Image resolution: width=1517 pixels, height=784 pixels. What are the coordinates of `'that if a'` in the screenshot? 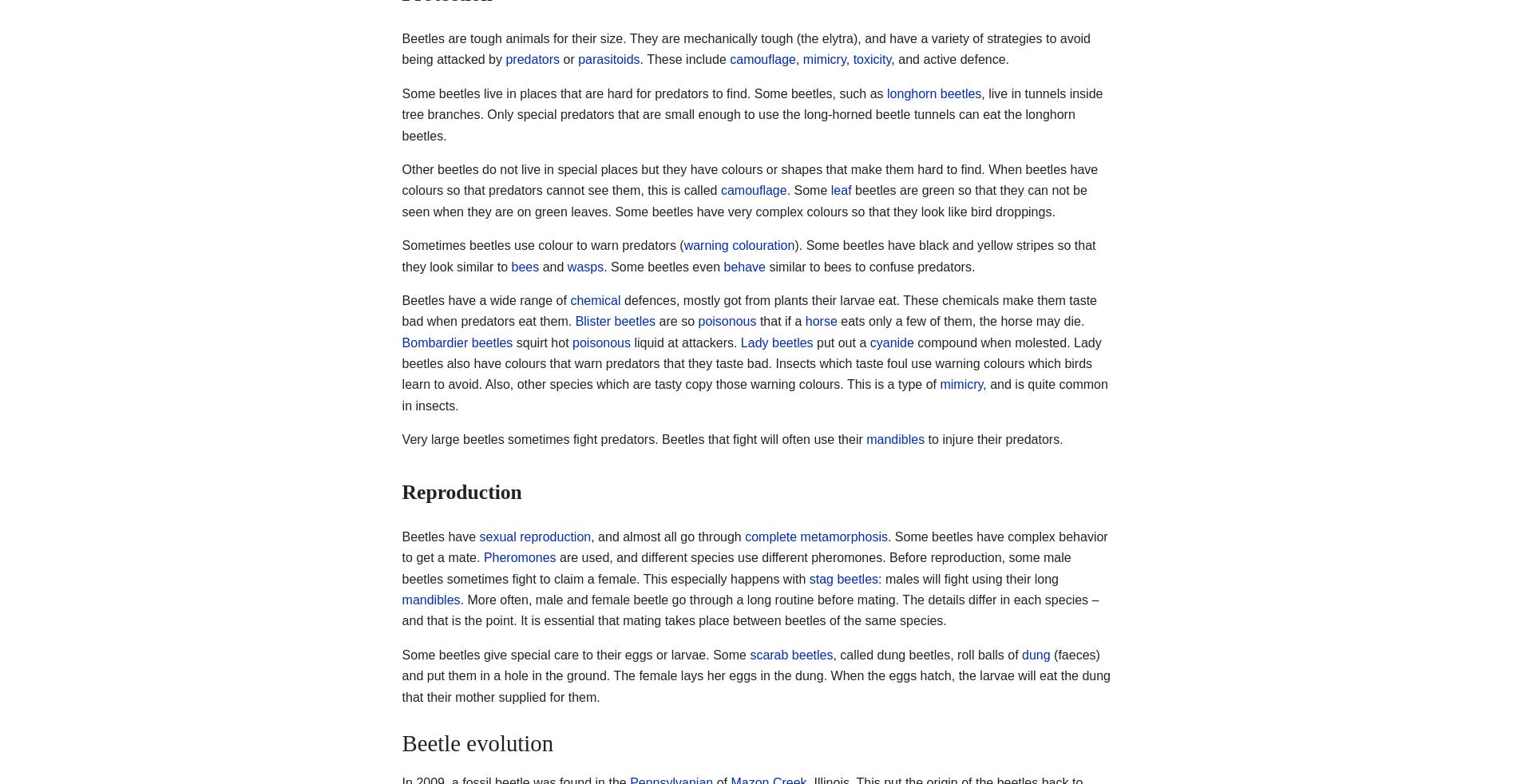 It's located at (780, 321).